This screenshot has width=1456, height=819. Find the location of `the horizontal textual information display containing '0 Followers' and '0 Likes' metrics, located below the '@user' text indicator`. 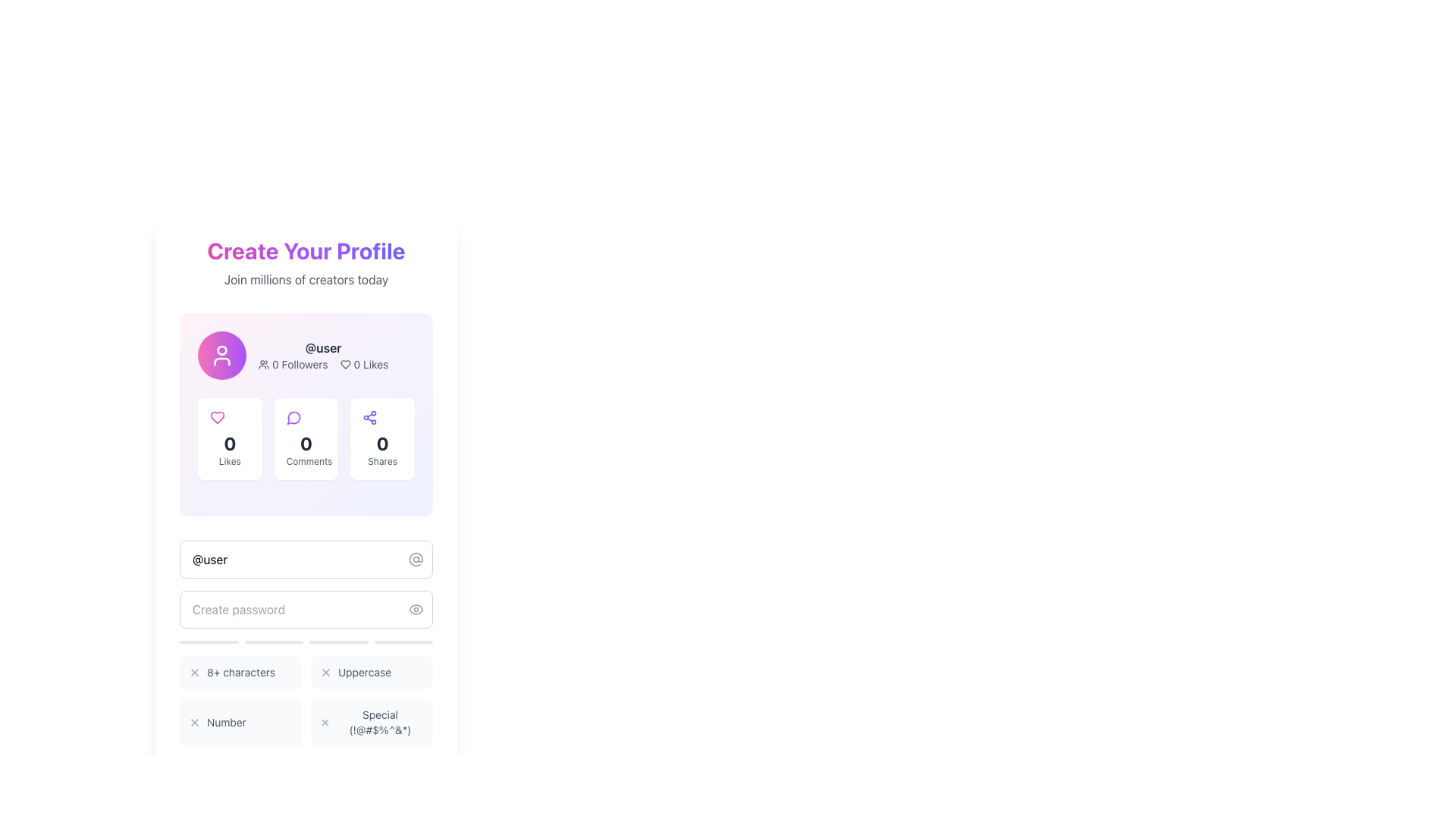

the horizontal textual information display containing '0 Followers' and '0 Likes' metrics, located below the '@user' text indicator is located at coordinates (322, 365).